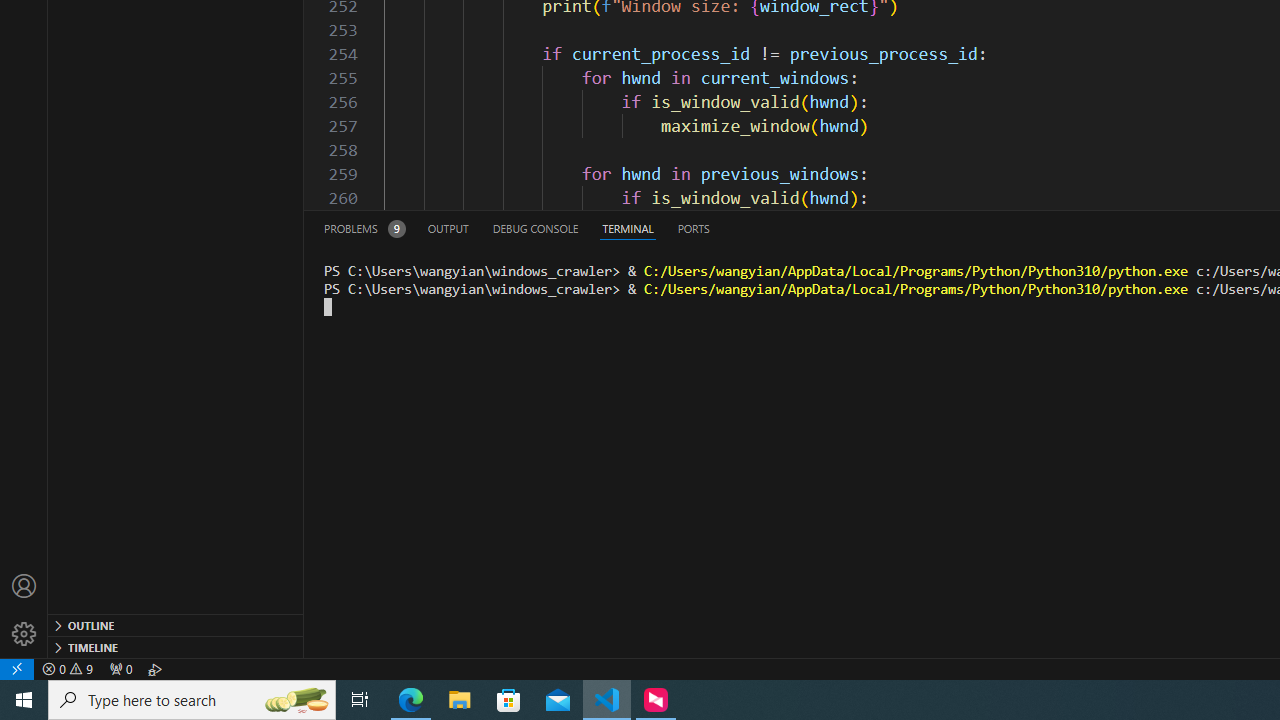  What do you see at coordinates (535, 227) in the screenshot?
I see `'Debug Console (Ctrl+Shift+Y)'` at bounding box center [535, 227].